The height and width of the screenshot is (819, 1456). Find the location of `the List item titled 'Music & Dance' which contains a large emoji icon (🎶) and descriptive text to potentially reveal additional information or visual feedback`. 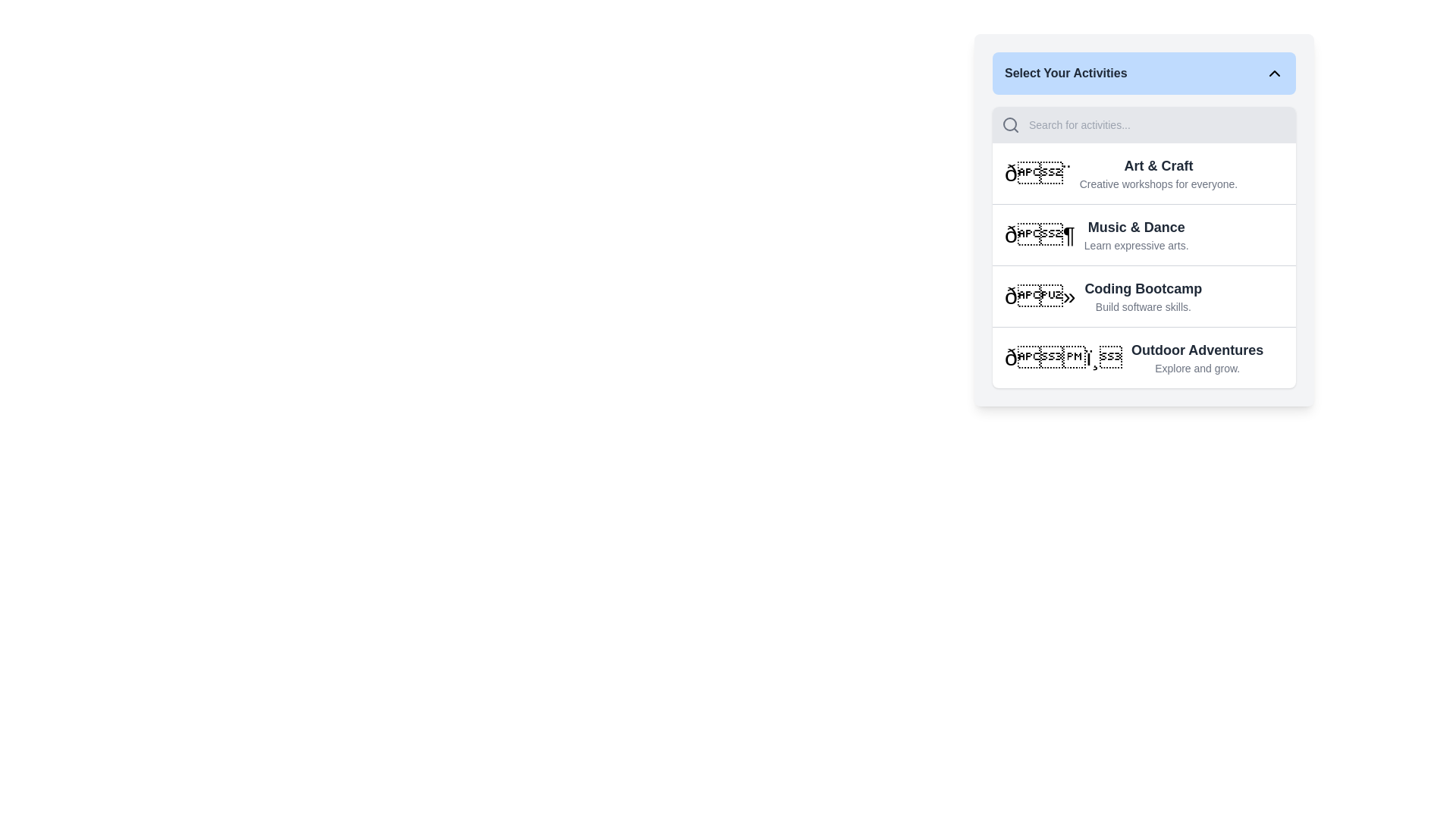

the List item titled 'Music & Dance' which contains a large emoji icon (🎶) and descriptive text to potentially reveal additional information or visual feedback is located at coordinates (1144, 234).